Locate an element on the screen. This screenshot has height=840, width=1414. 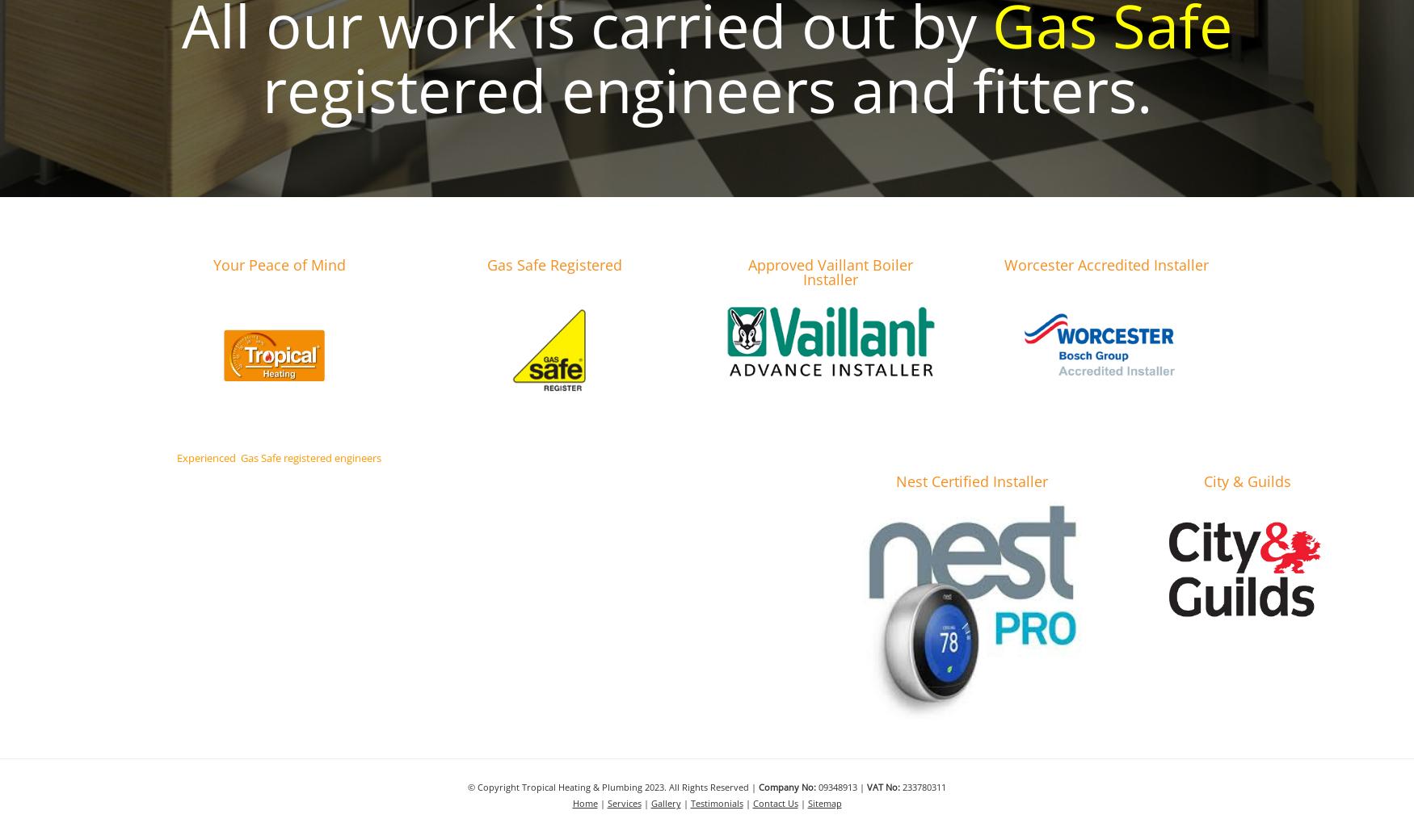
'233780311' is located at coordinates (922, 787).